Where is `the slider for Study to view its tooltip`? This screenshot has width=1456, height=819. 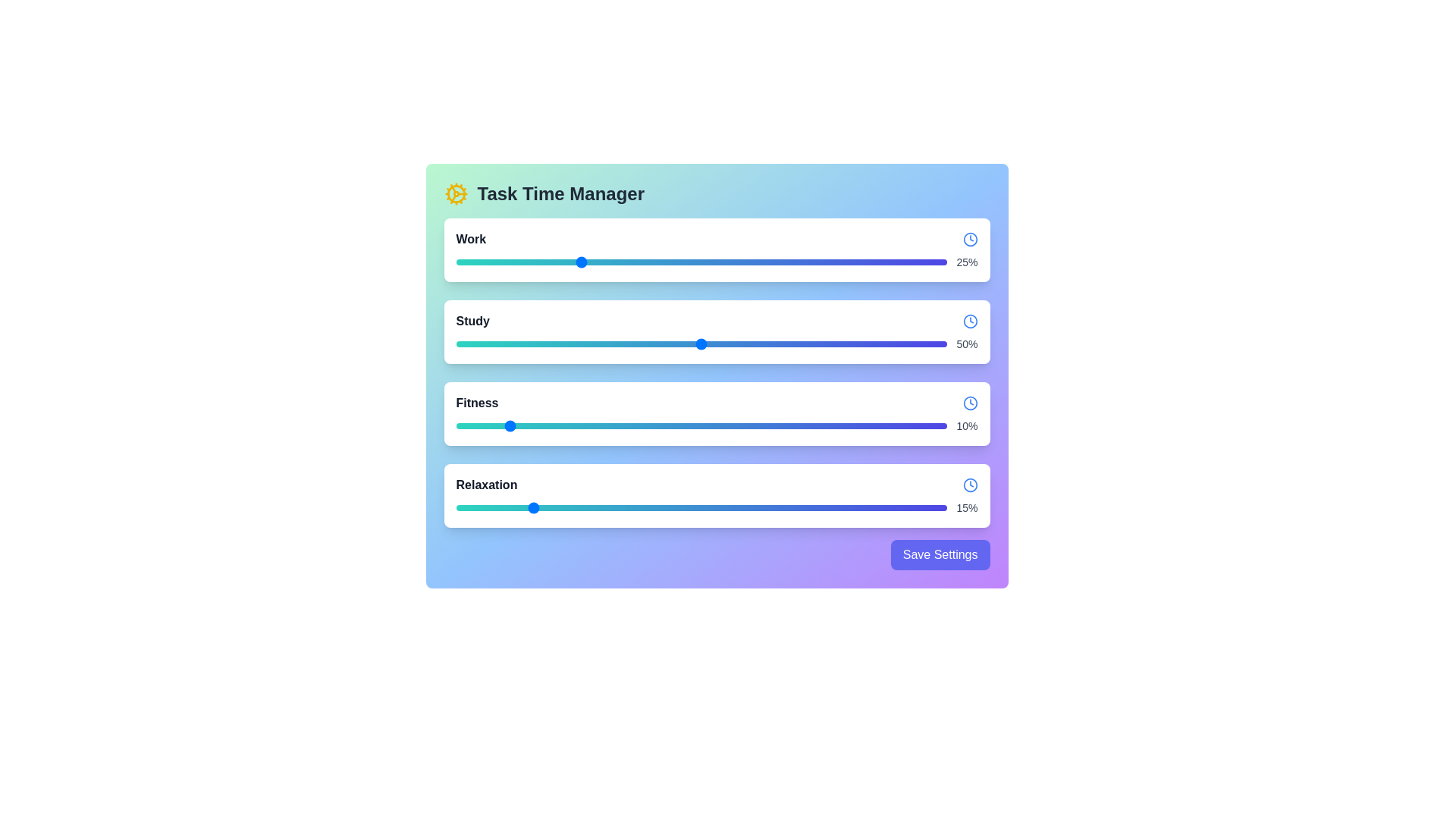
the slider for Study to view its tooltip is located at coordinates (701, 344).